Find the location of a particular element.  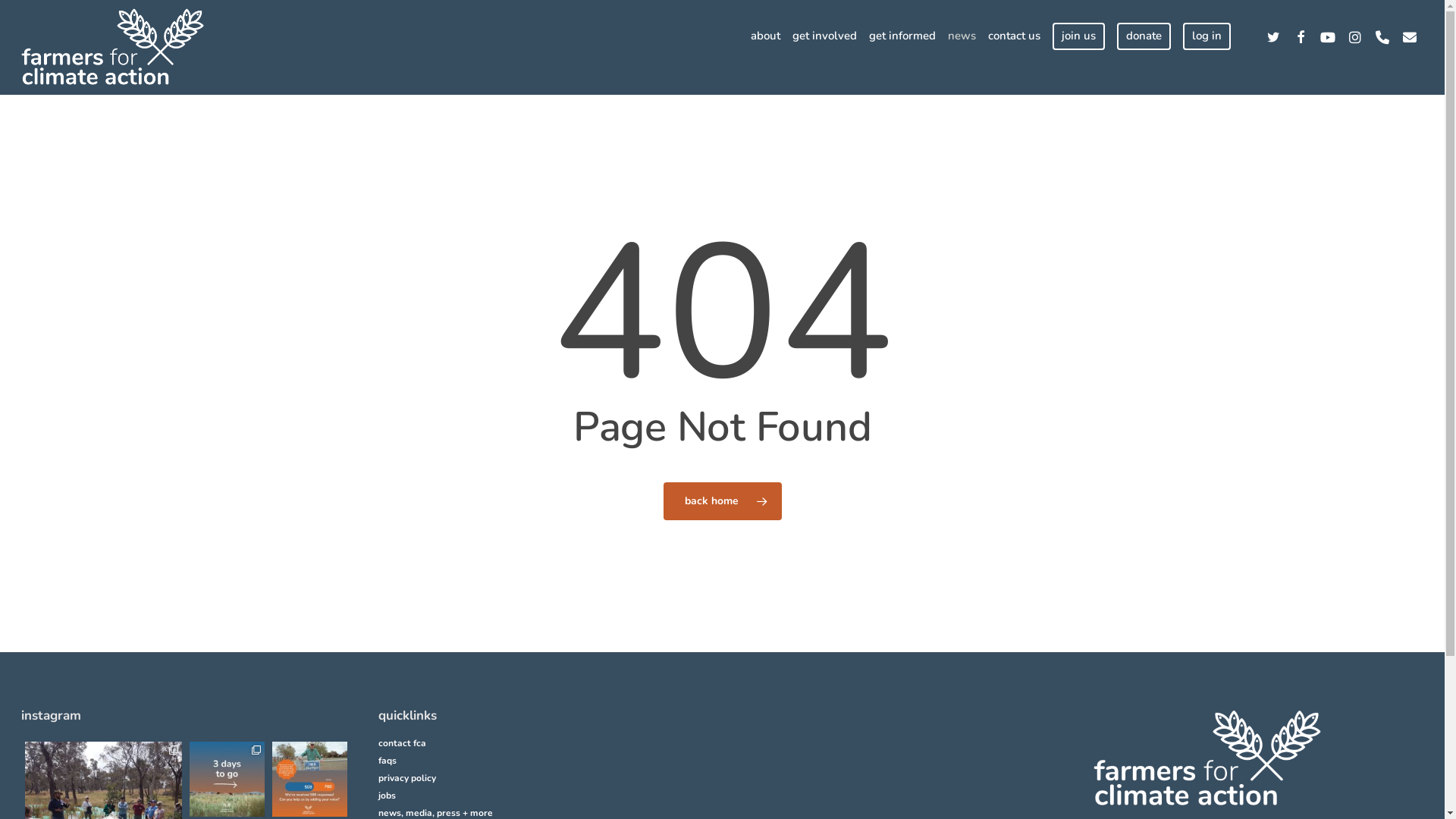

'get involved' is located at coordinates (824, 35).